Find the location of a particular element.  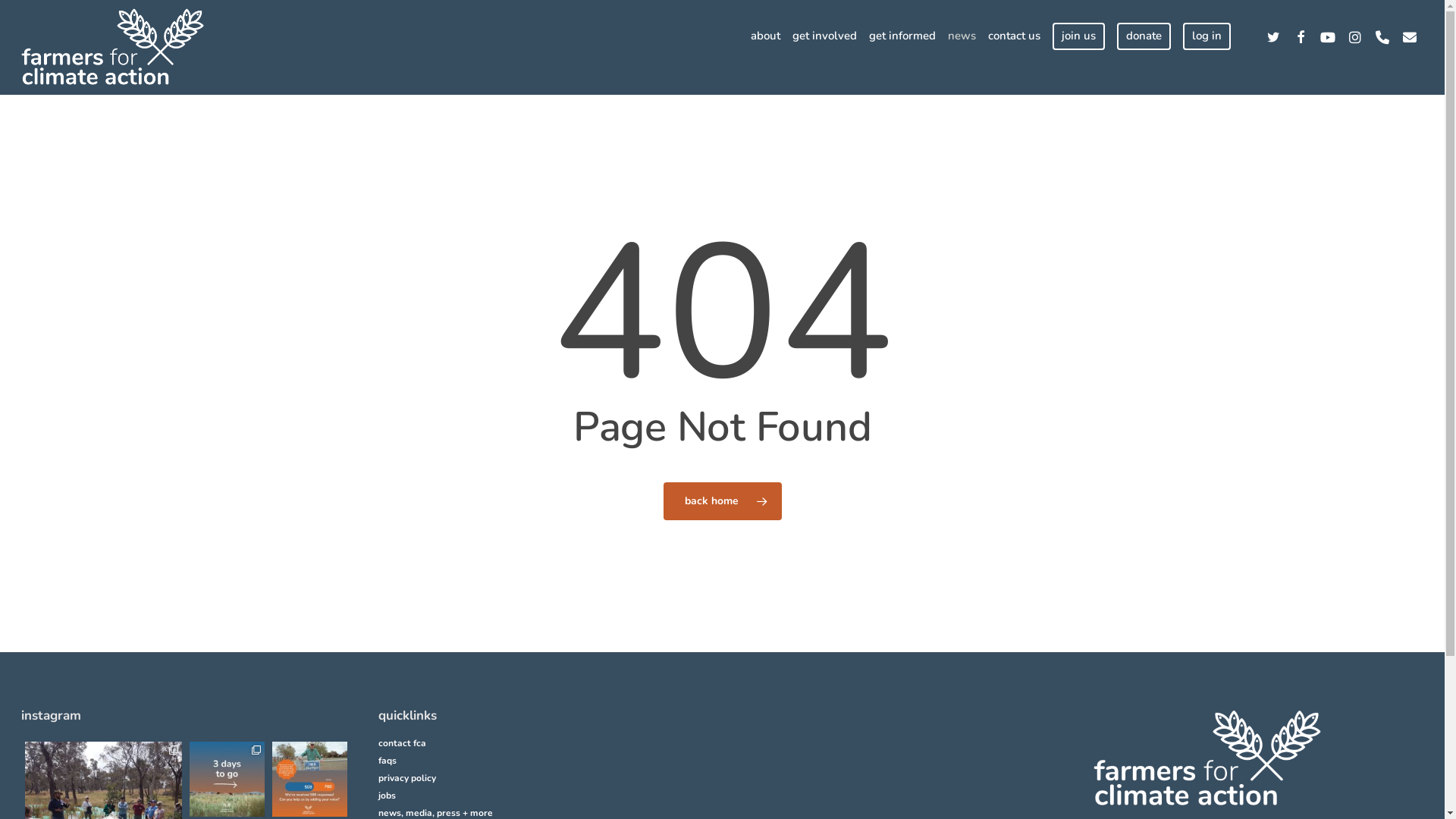

'get involved' is located at coordinates (824, 35).